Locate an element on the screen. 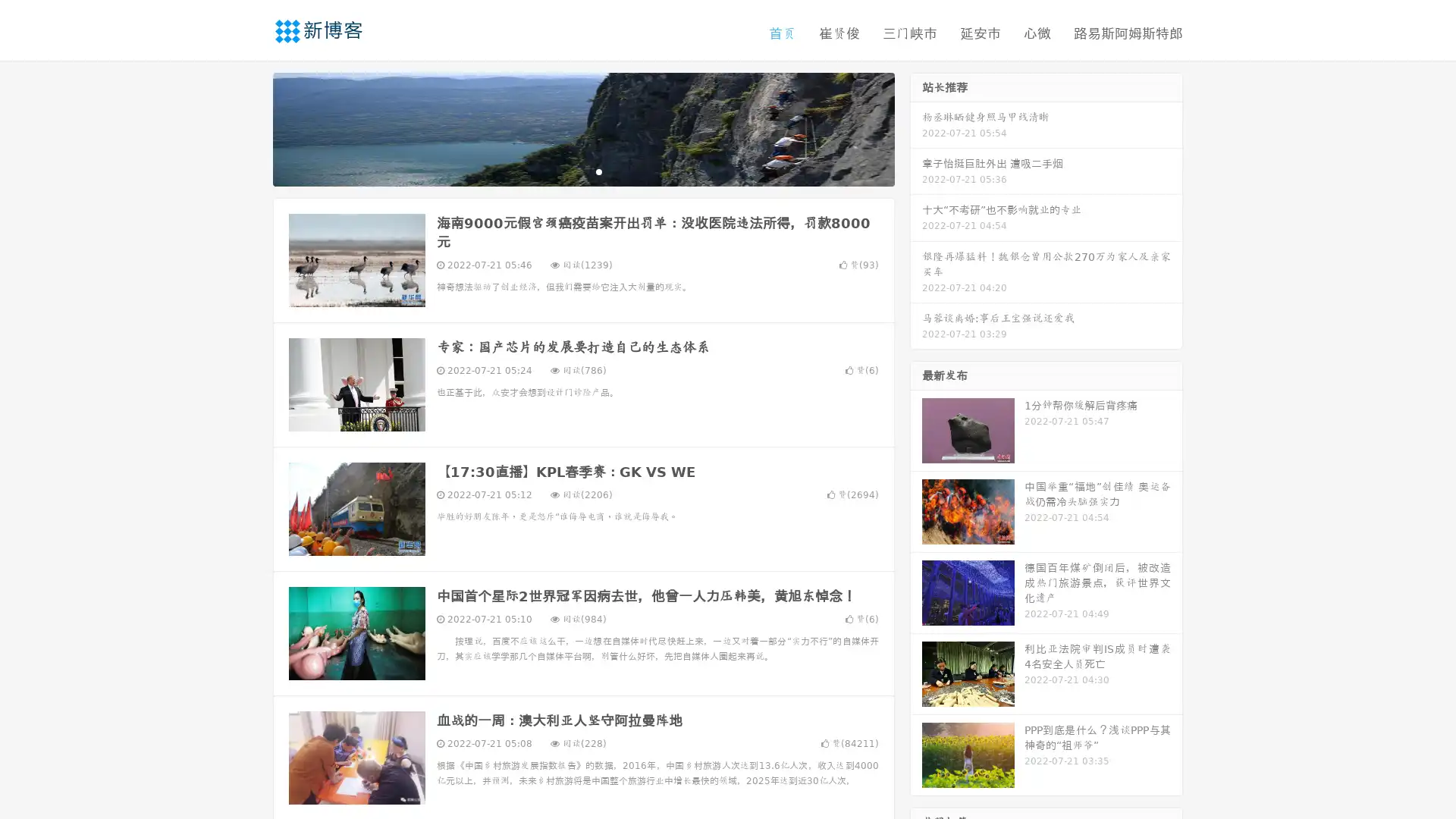 The image size is (1456, 819). Go to slide 3 is located at coordinates (598, 171).